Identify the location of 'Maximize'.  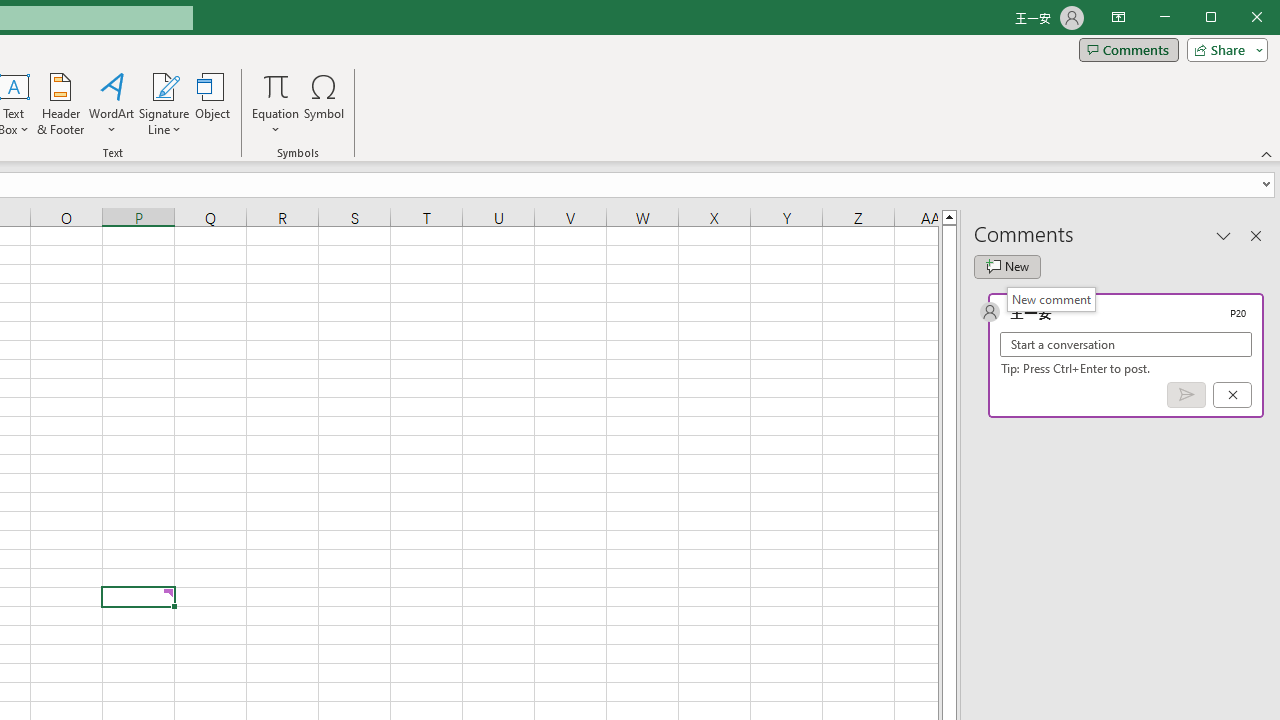
(1238, 19).